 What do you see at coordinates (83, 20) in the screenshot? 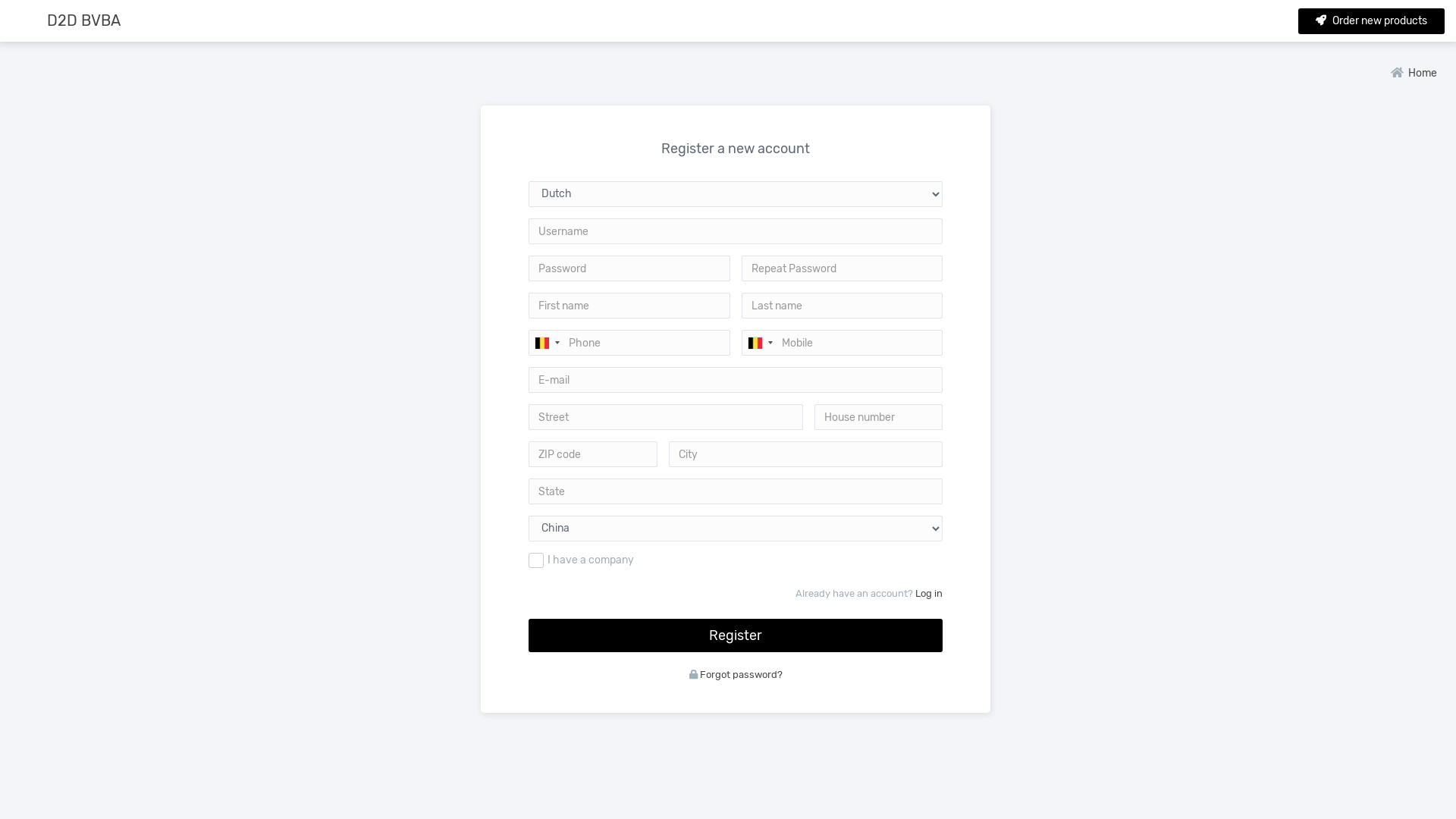
I see `'D2D BVBA'` at bounding box center [83, 20].